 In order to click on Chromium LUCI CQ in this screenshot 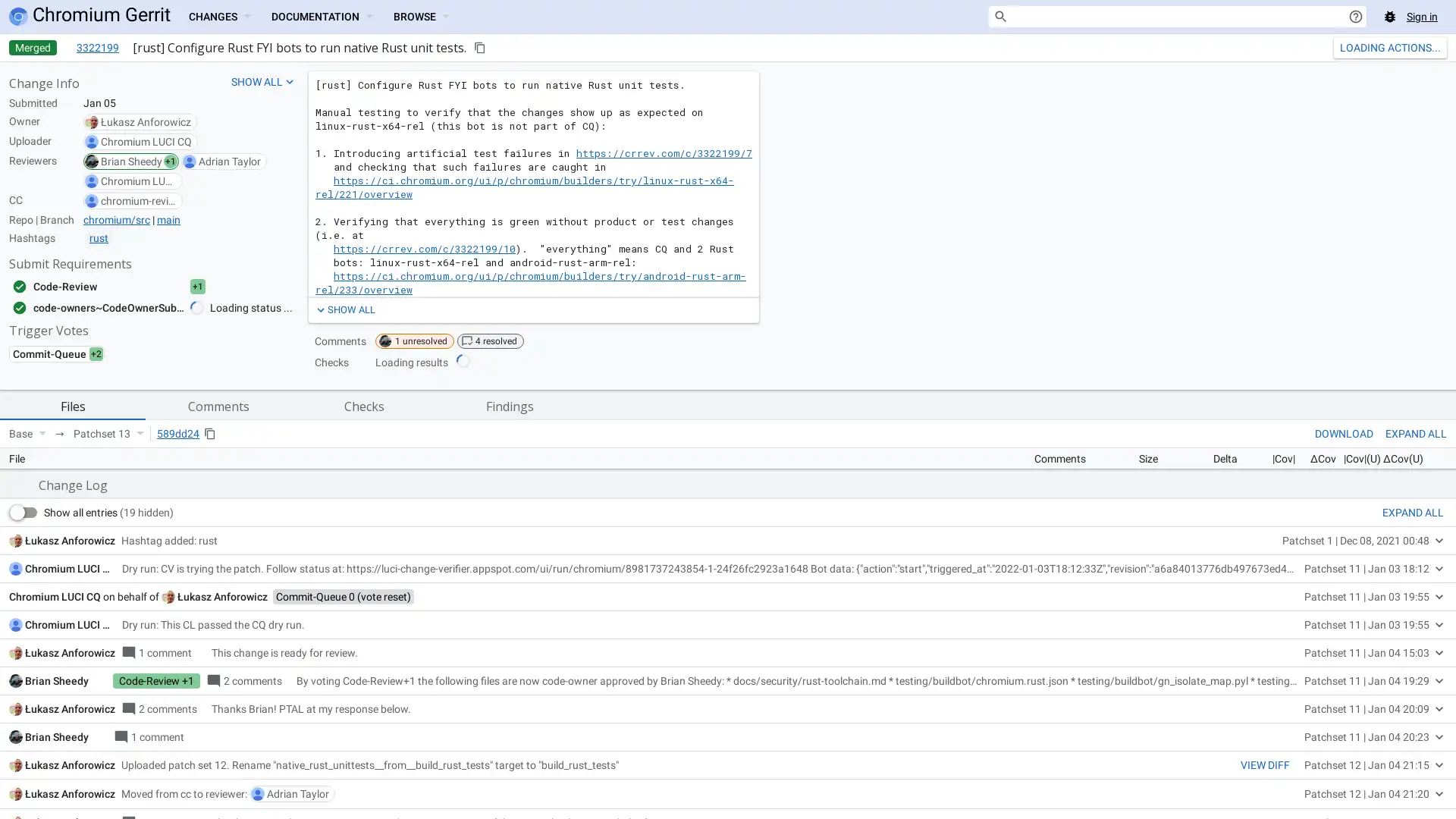, I will do `click(138, 180)`.